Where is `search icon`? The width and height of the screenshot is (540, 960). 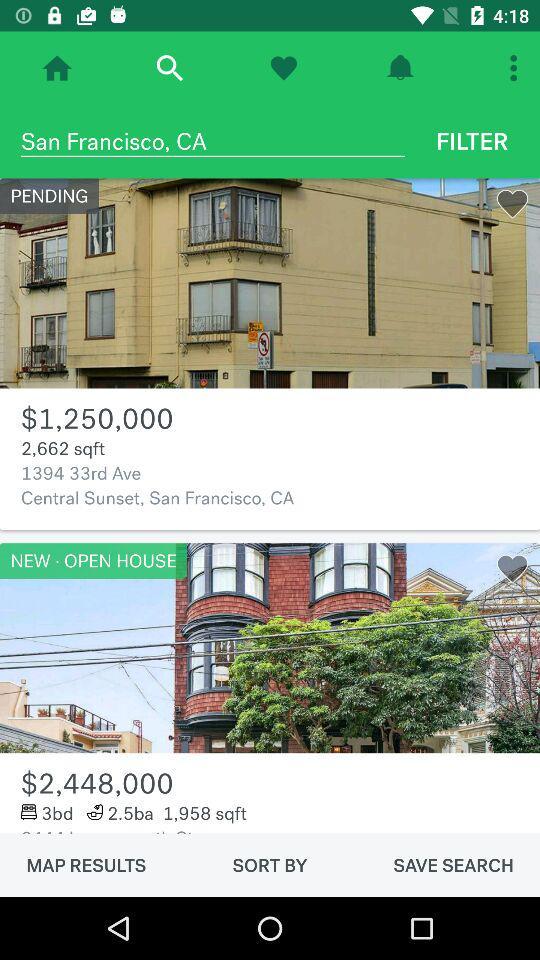 search icon is located at coordinates (168, 68).